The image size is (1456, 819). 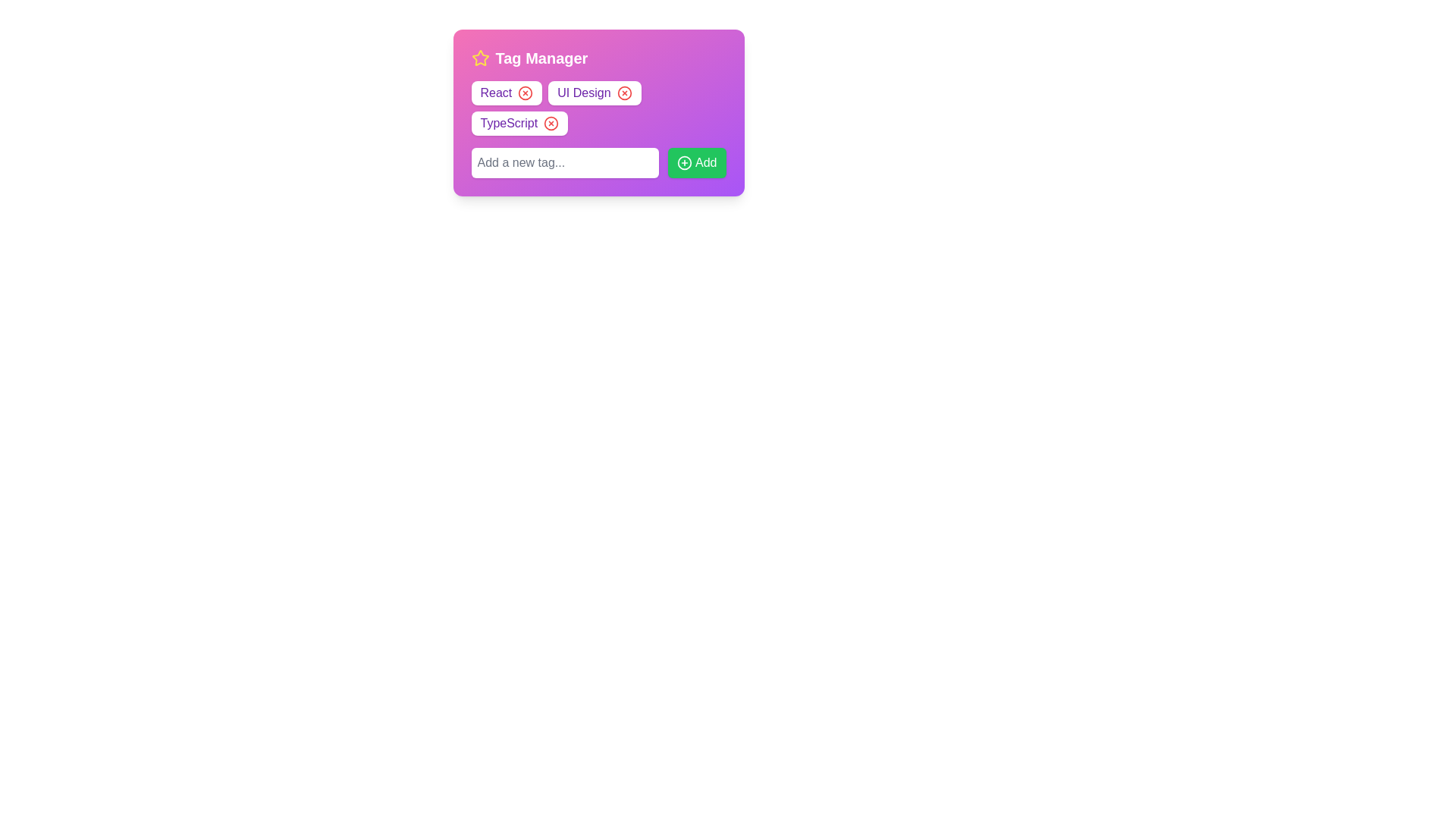 What do you see at coordinates (479, 58) in the screenshot?
I see `the star-shaped icon filled with yellow color, located to the left of the text 'Tag Manager' in the header section of the widget` at bounding box center [479, 58].